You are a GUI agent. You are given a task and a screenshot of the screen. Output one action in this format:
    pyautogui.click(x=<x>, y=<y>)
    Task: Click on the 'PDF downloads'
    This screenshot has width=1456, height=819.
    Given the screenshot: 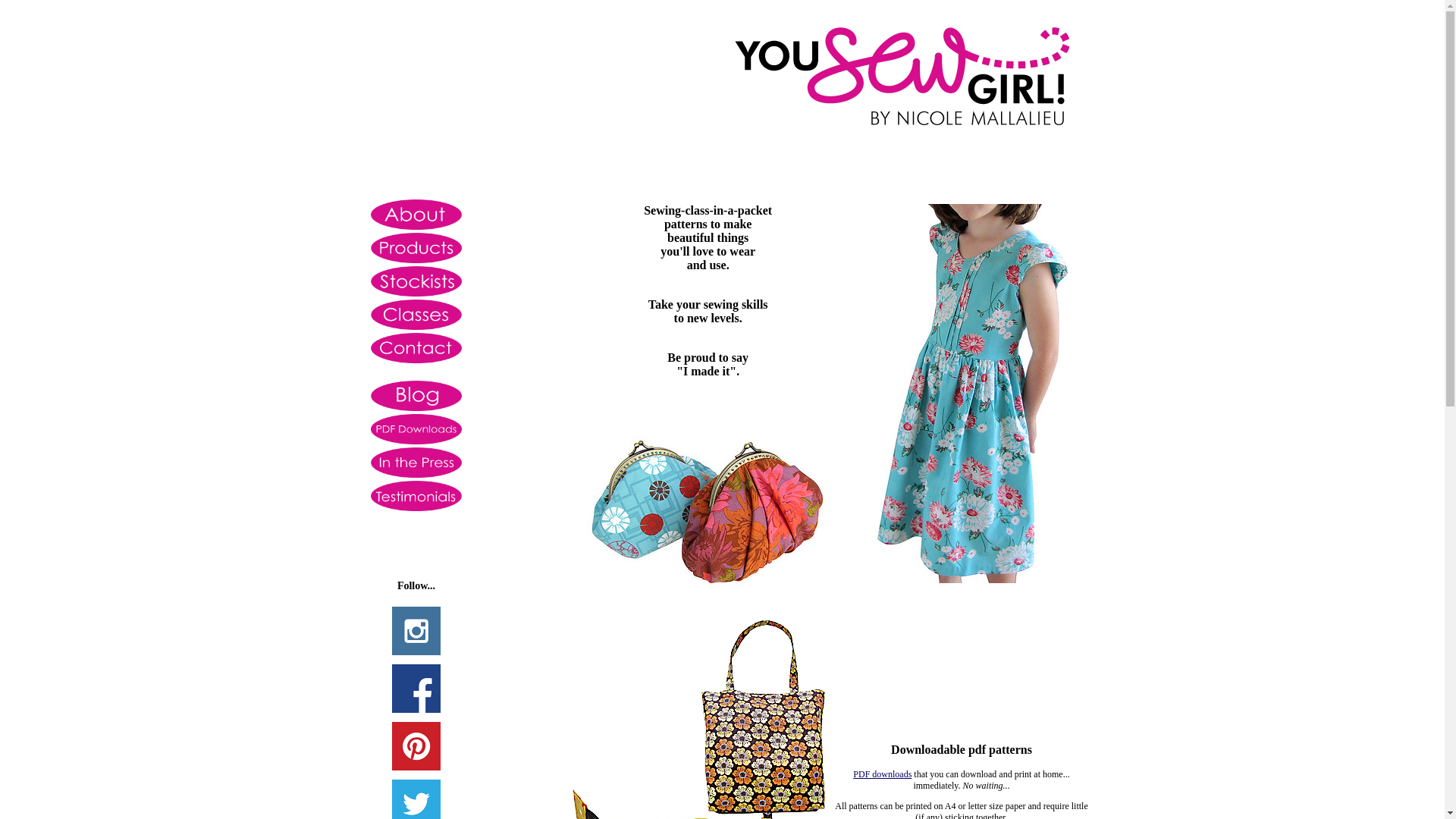 What is the action you would take?
    pyautogui.click(x=852, y=774)
    